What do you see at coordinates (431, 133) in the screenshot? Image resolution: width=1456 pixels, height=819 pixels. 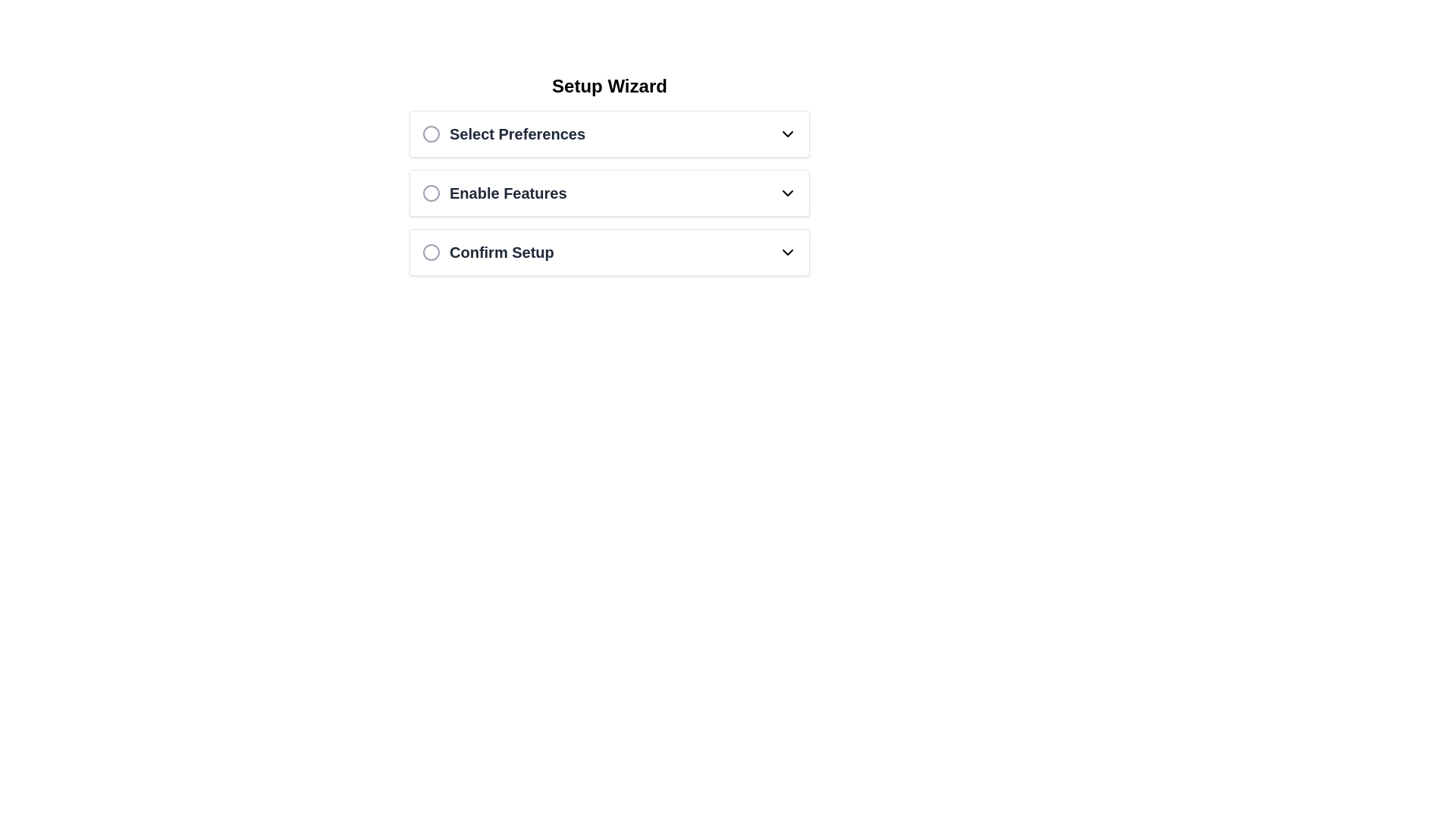 I see `the circular graphical icon located to the left of the text 'Select Preferences', which is the first item in the vertical alignment of similar elements` at bounding box center [431, 133].